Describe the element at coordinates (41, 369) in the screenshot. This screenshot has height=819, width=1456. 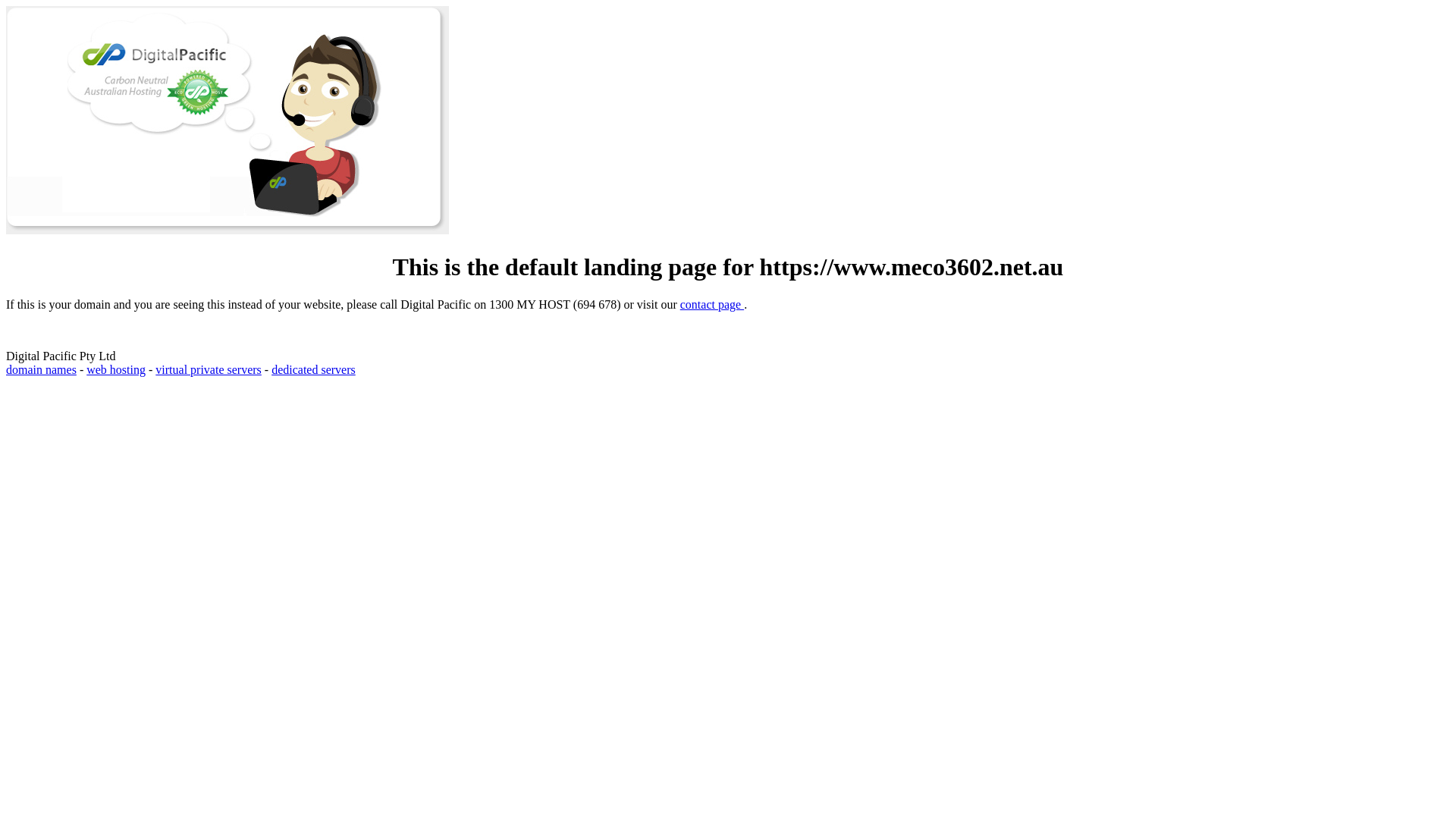
I see `'domain names'` at that location.